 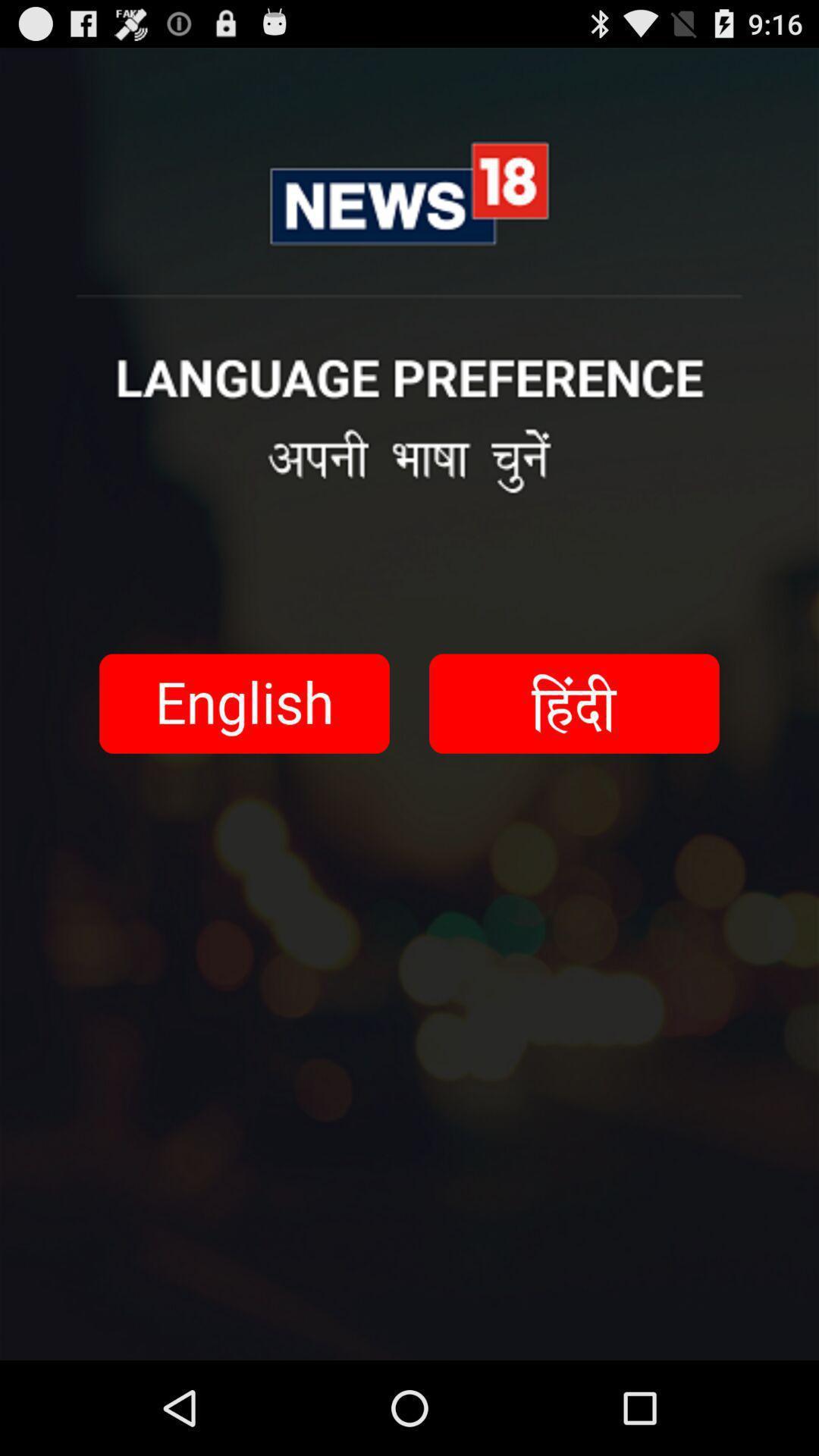 What do you see at coordinates (243, 703) in the screenshot?
I see `english languages` at bounding box center [243, 703].